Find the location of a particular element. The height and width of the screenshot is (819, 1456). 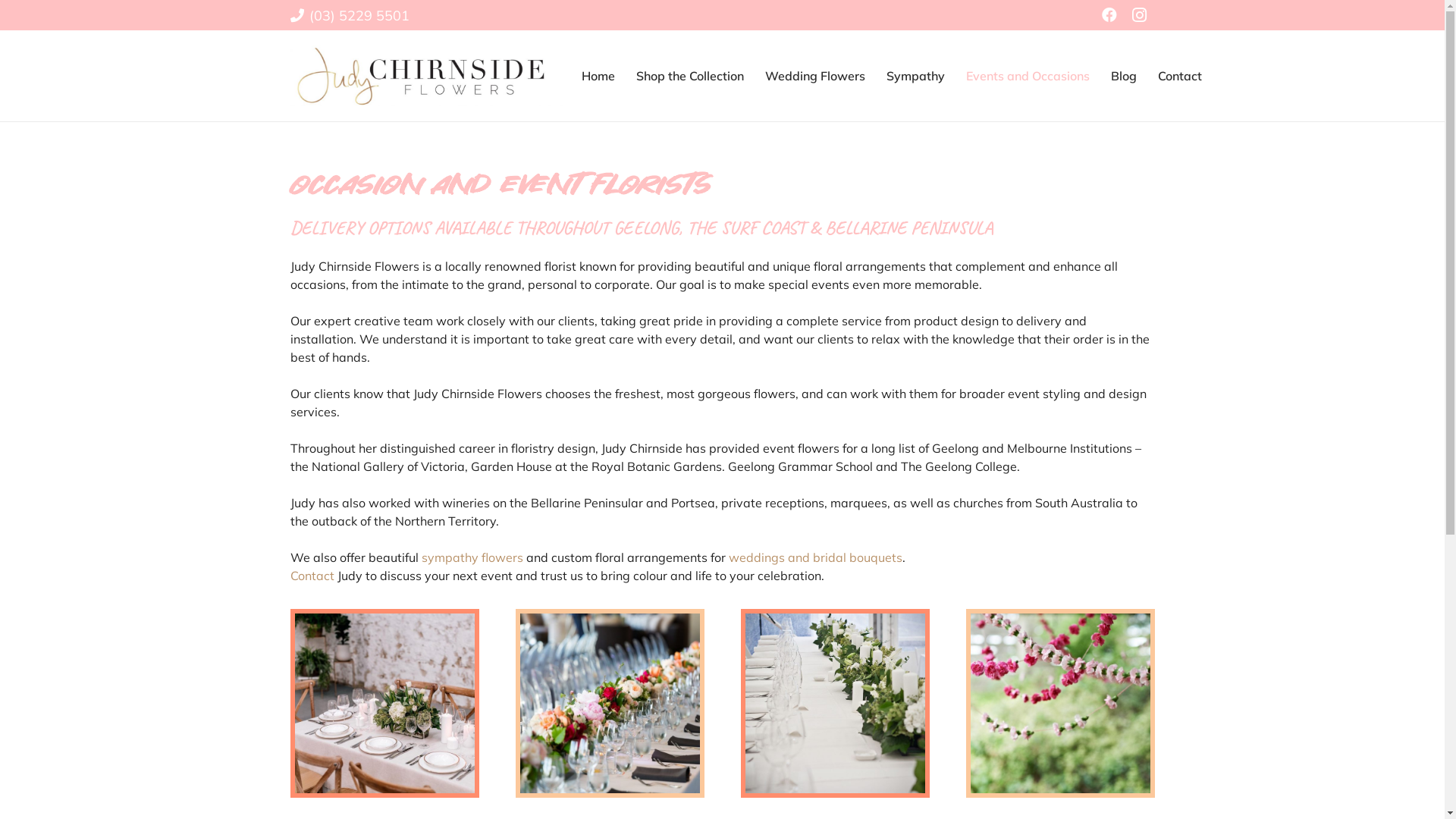

'Contact' is located at coordinates (1178, 76).